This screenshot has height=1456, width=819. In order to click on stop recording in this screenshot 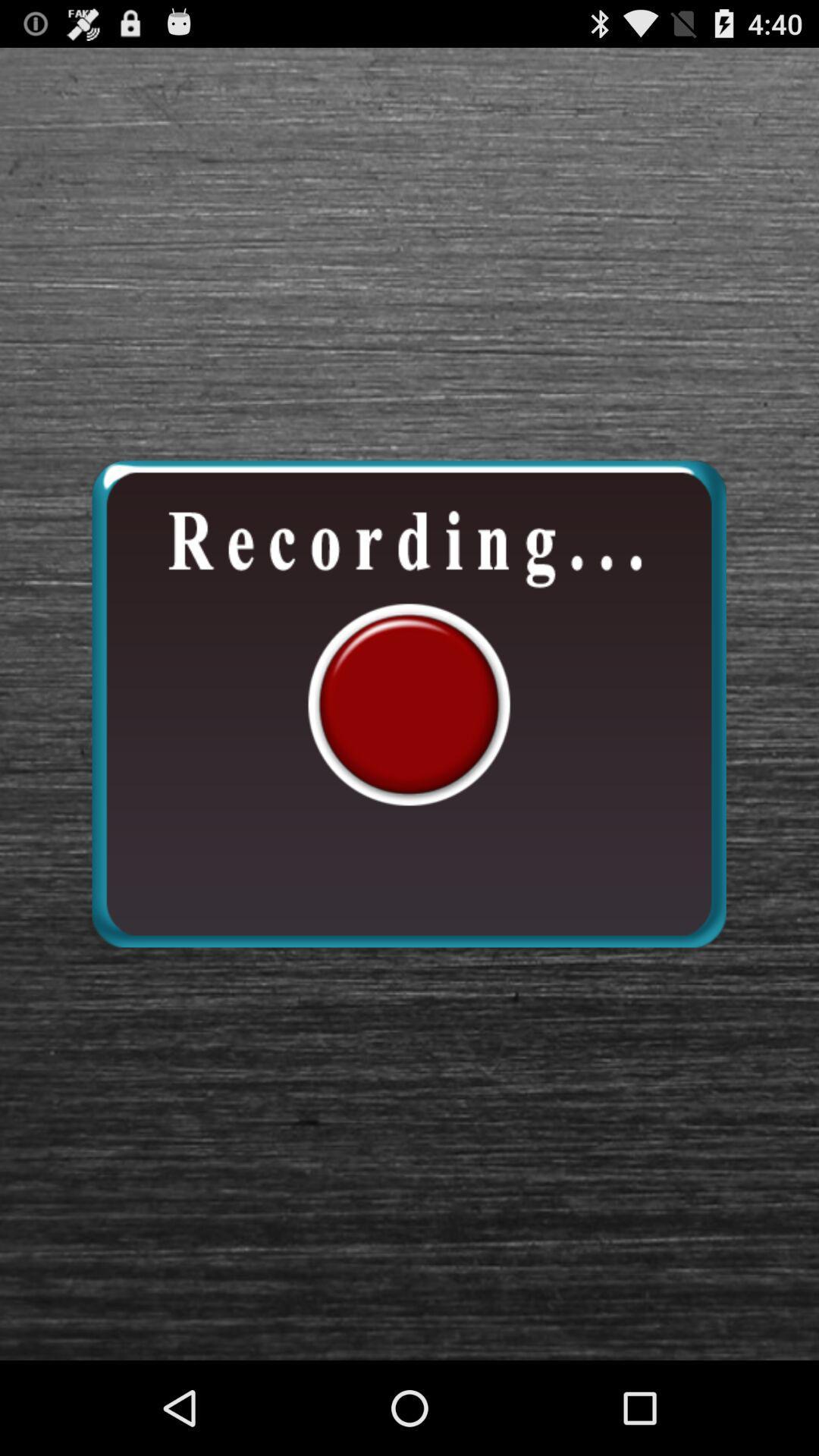, I will do `click(408, 703)`.